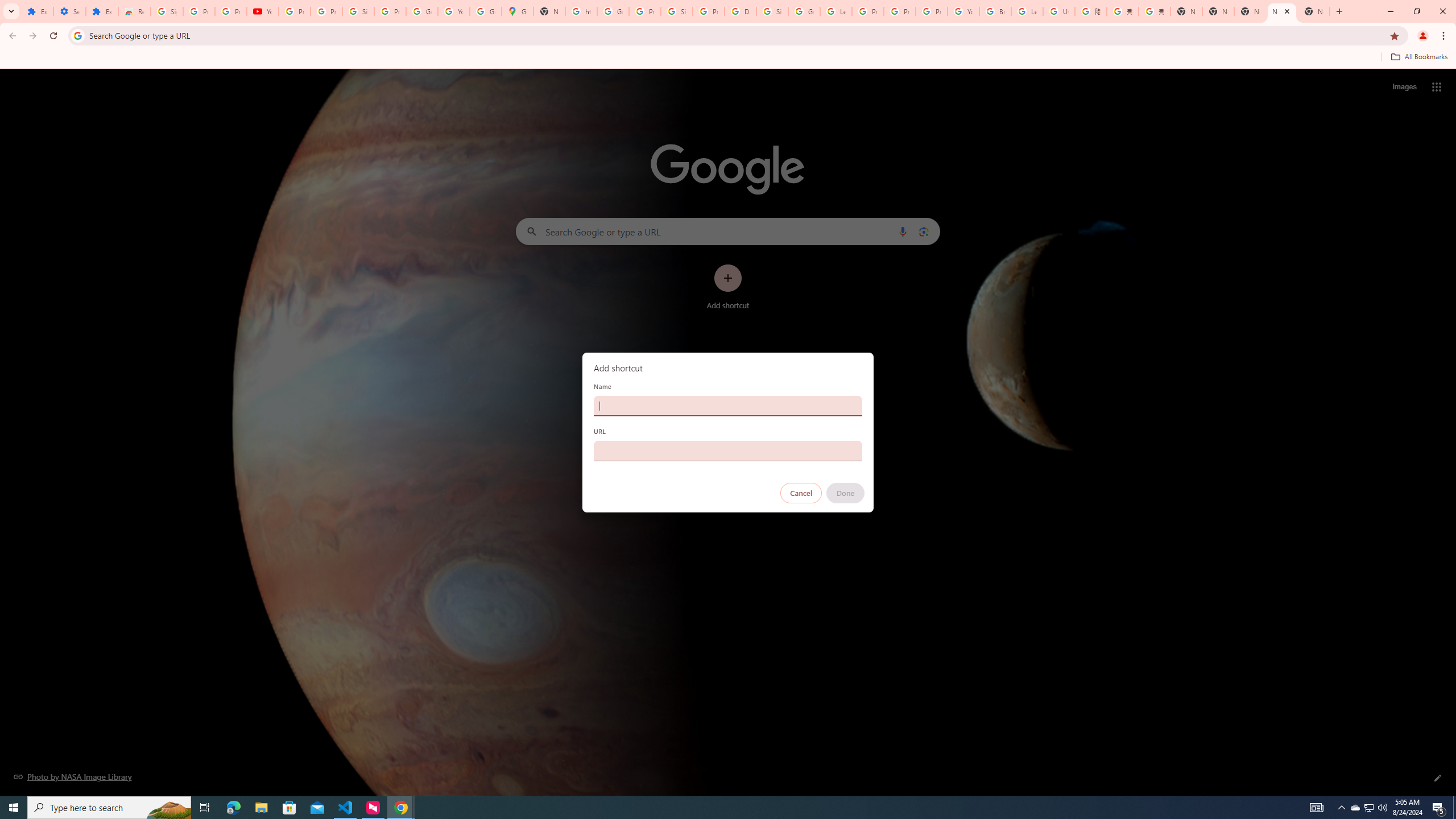  Describe the element at coordinates (899, 11) in the screenshot. I see `'Privacy Help Center - Policies Help'` at that location.